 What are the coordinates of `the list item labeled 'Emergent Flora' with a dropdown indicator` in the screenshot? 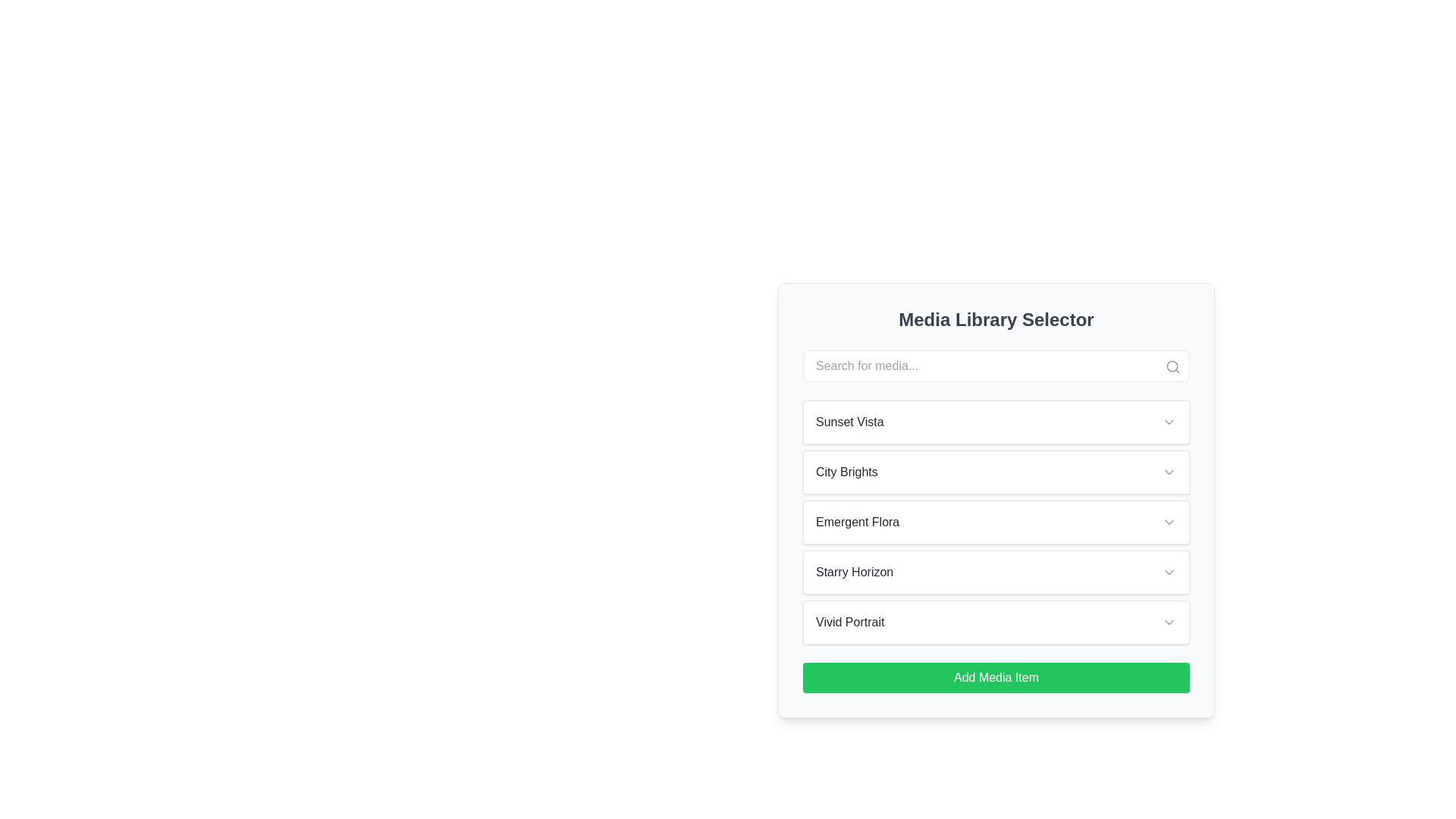 It's located at (996, 522).